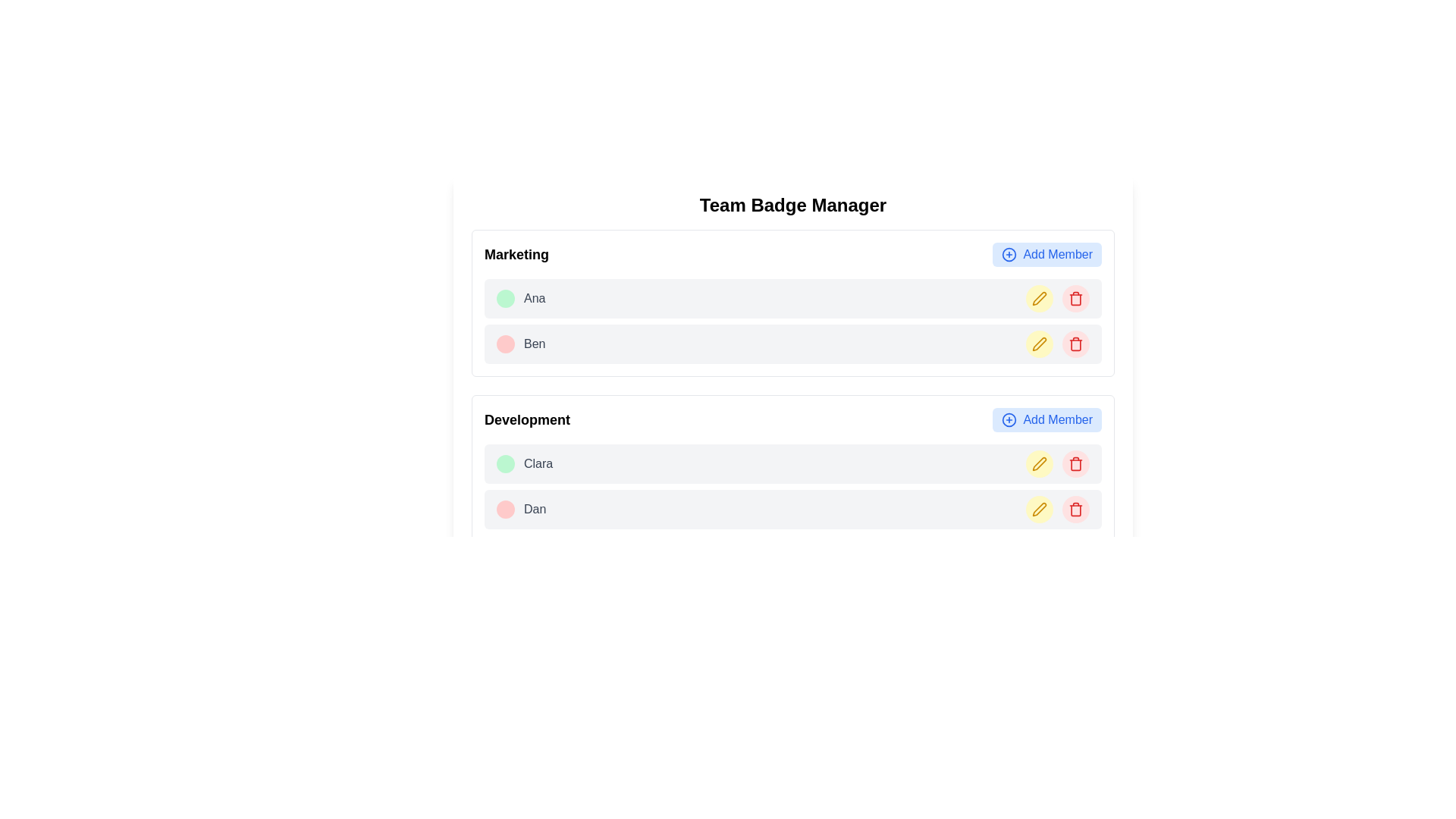  What do you see at coordinates (521, 344) in the screenshot?
I see `the Composite label containing 'Inactive' and 'Ben', which is the second item in the 'Marketing' group of the 'Team Badge Manager' UI` at bounding box center [521, 344].